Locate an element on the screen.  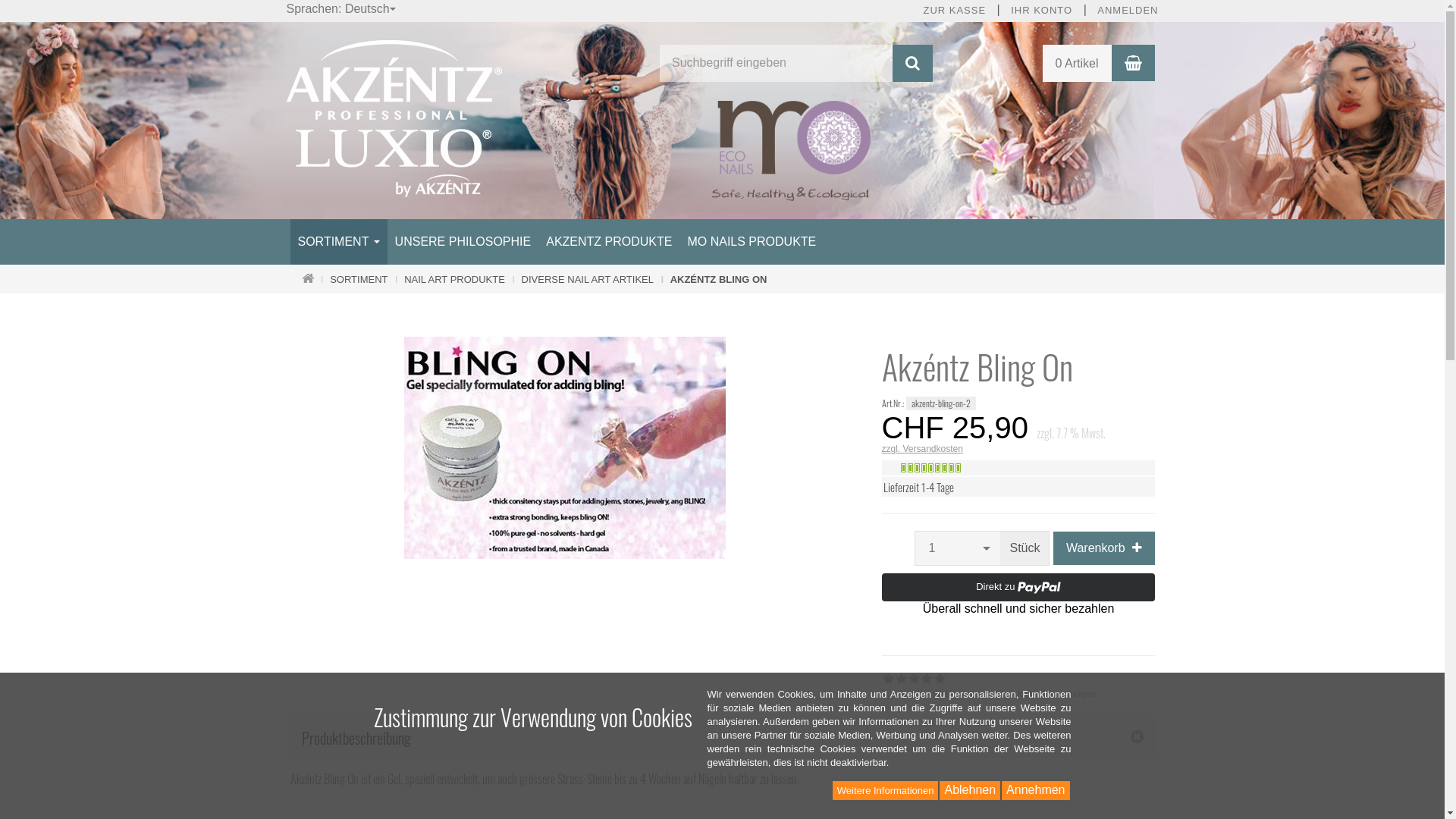
'Suchen' is located at coordinates (892, 62).